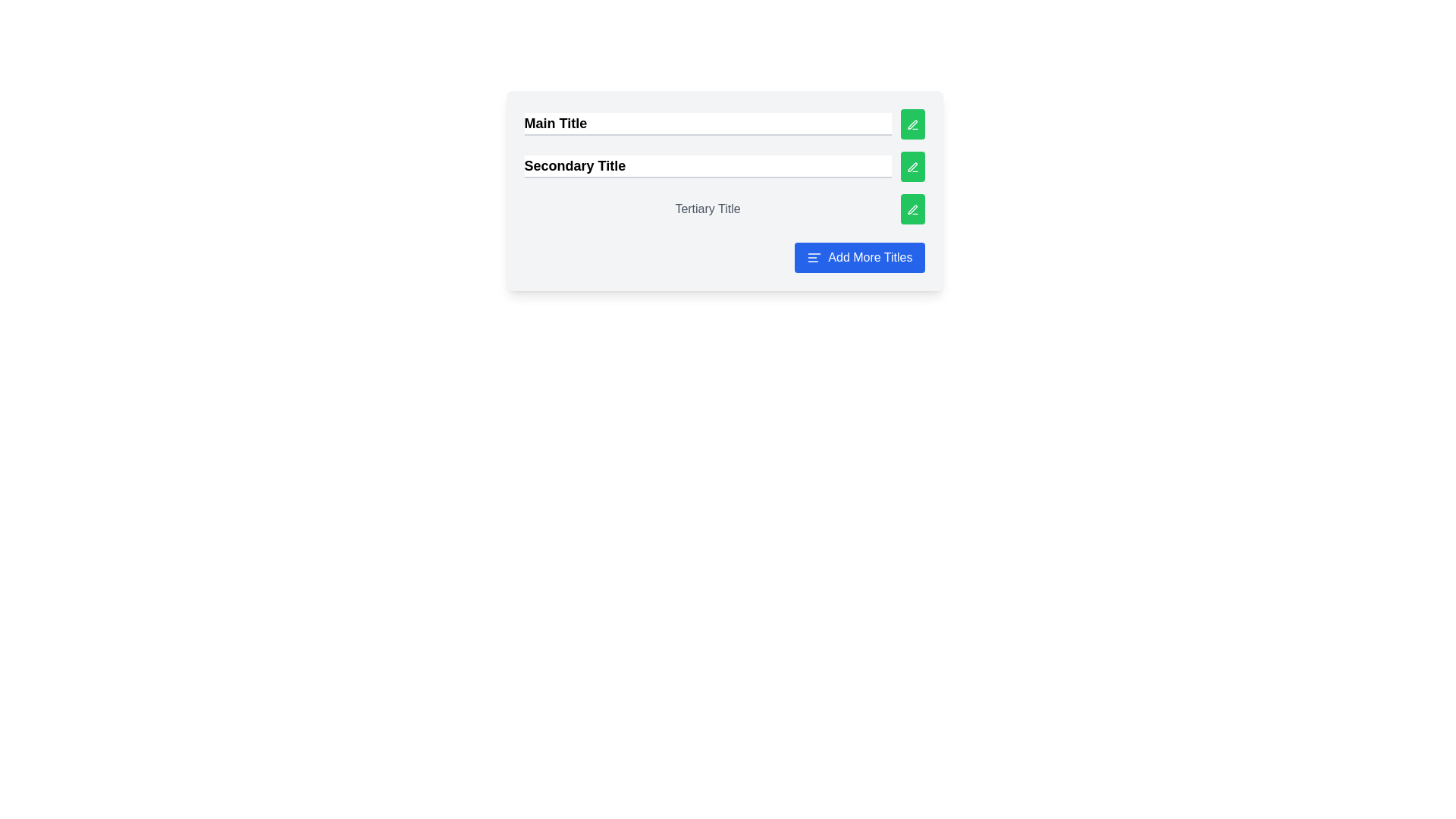 The height and width of the screenshot is (819, 1456). I want to click on the action button that initiates the edit operation for the 'Main Title' input field, so click(912, 124).